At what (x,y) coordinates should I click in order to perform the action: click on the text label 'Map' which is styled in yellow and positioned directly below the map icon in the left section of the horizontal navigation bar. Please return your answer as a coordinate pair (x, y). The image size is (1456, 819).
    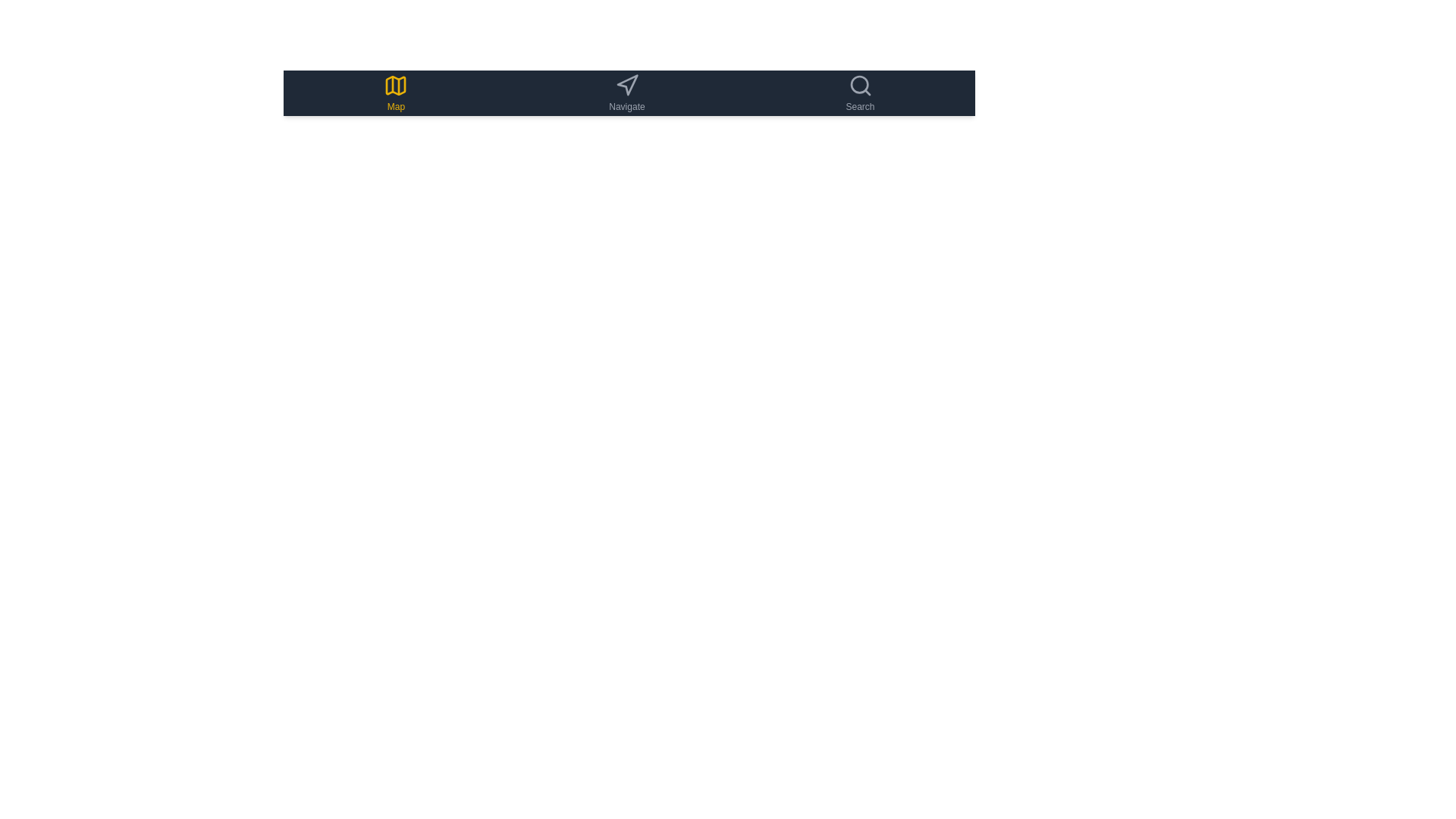
    Looking at the image, I should click on (396, 106).